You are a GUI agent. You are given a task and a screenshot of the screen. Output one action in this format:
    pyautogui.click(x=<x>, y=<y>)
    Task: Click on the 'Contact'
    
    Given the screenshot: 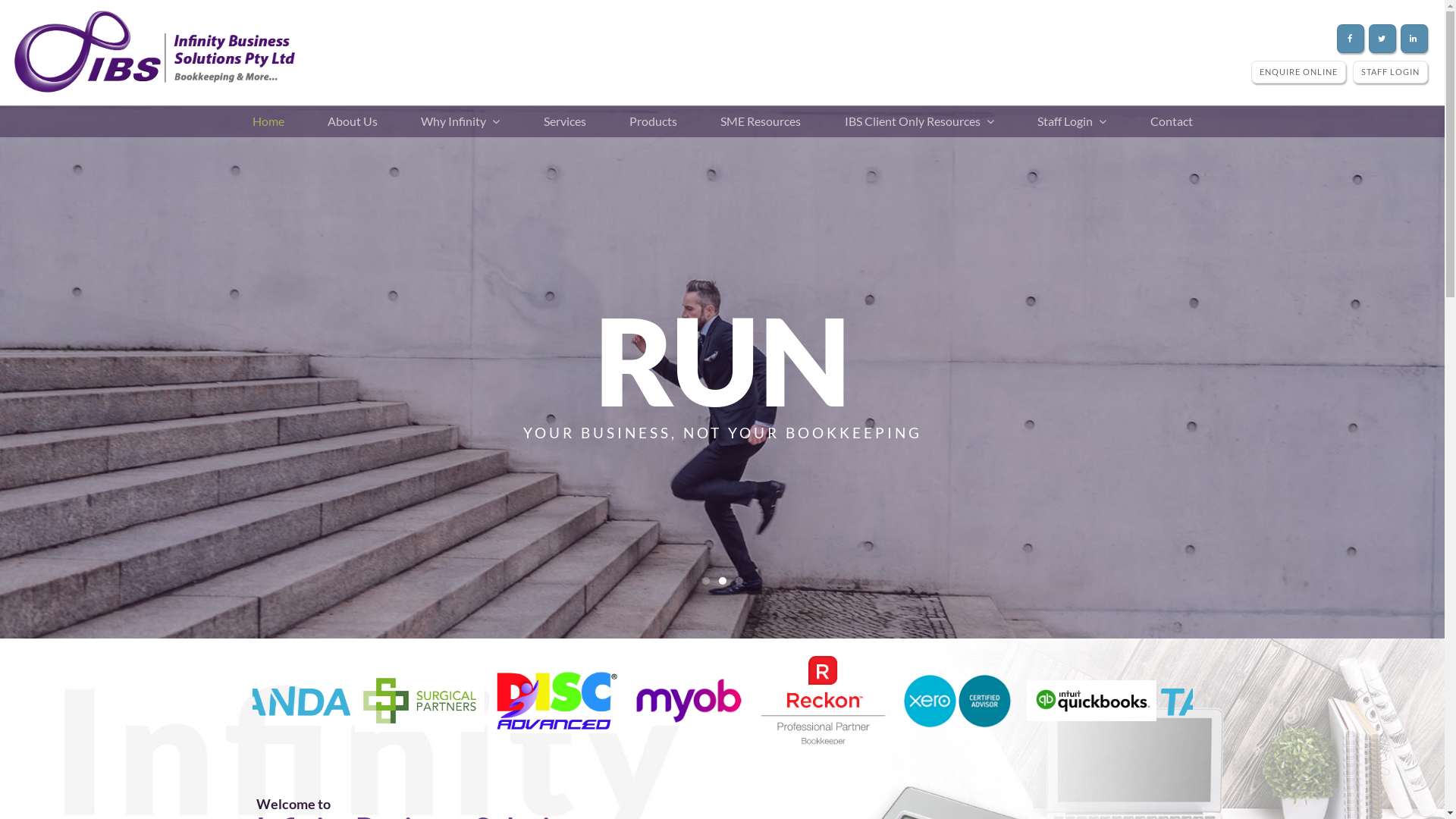 What is the action you would take?
    pyautogui.click(x=1170, y=120)
    